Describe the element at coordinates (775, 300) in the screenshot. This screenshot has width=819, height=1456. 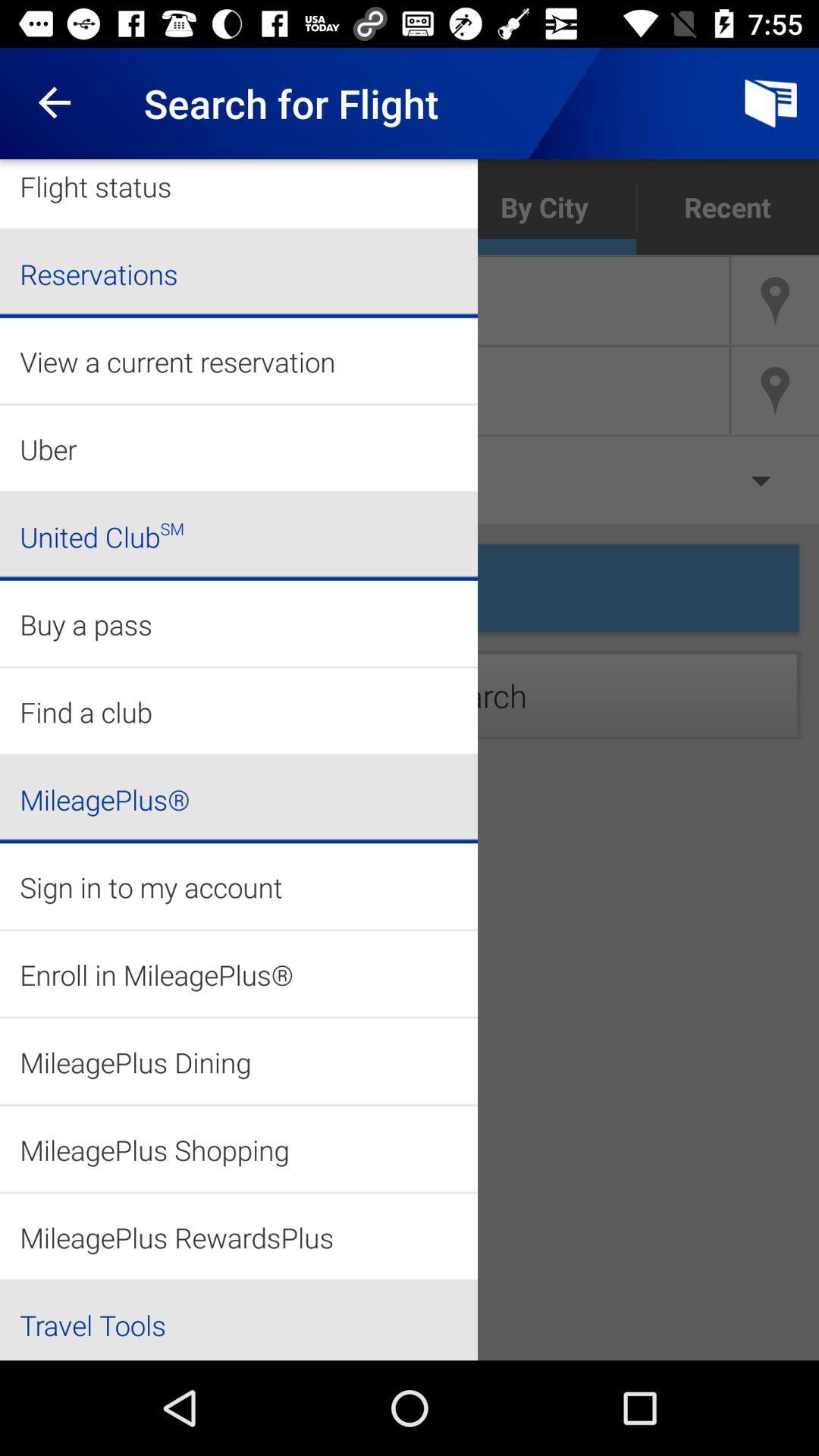
I see `the location icon` at that location.